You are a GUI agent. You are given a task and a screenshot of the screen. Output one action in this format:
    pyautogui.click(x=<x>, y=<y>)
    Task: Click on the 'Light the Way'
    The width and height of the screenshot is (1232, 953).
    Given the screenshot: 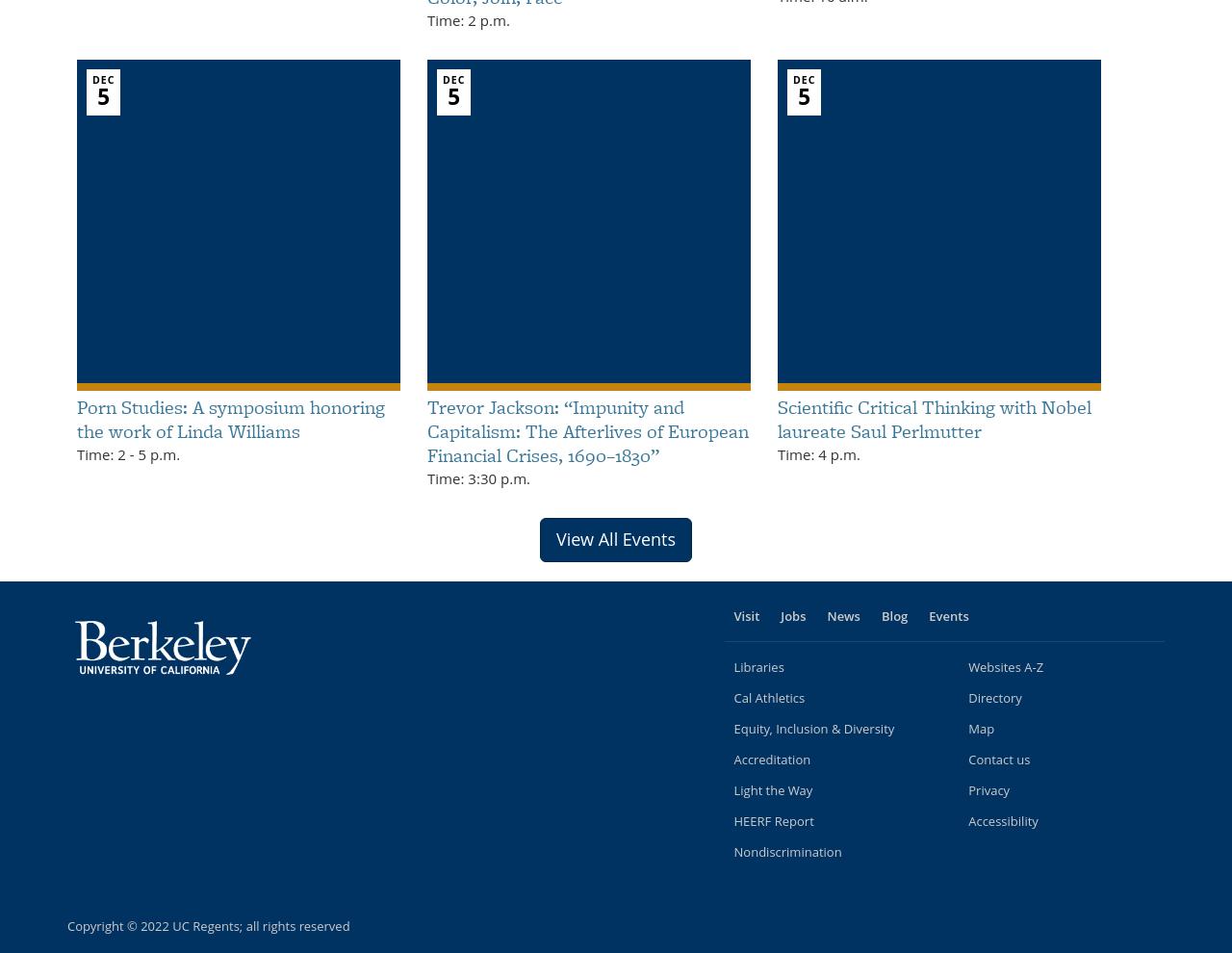 What is the action you would take?
    pyautogui.click(x=731, y=788)
    